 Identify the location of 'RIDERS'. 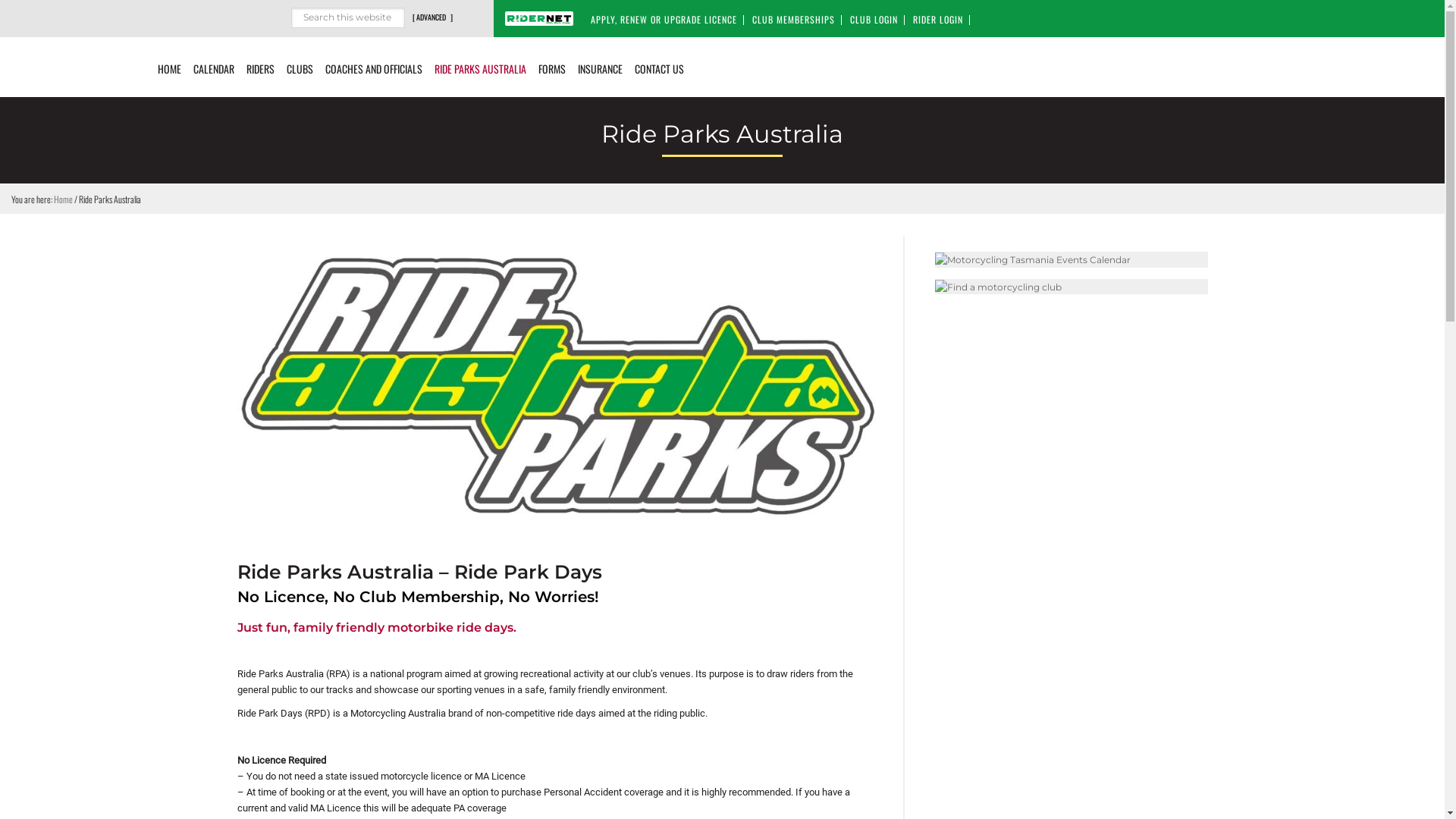
(260, 66).